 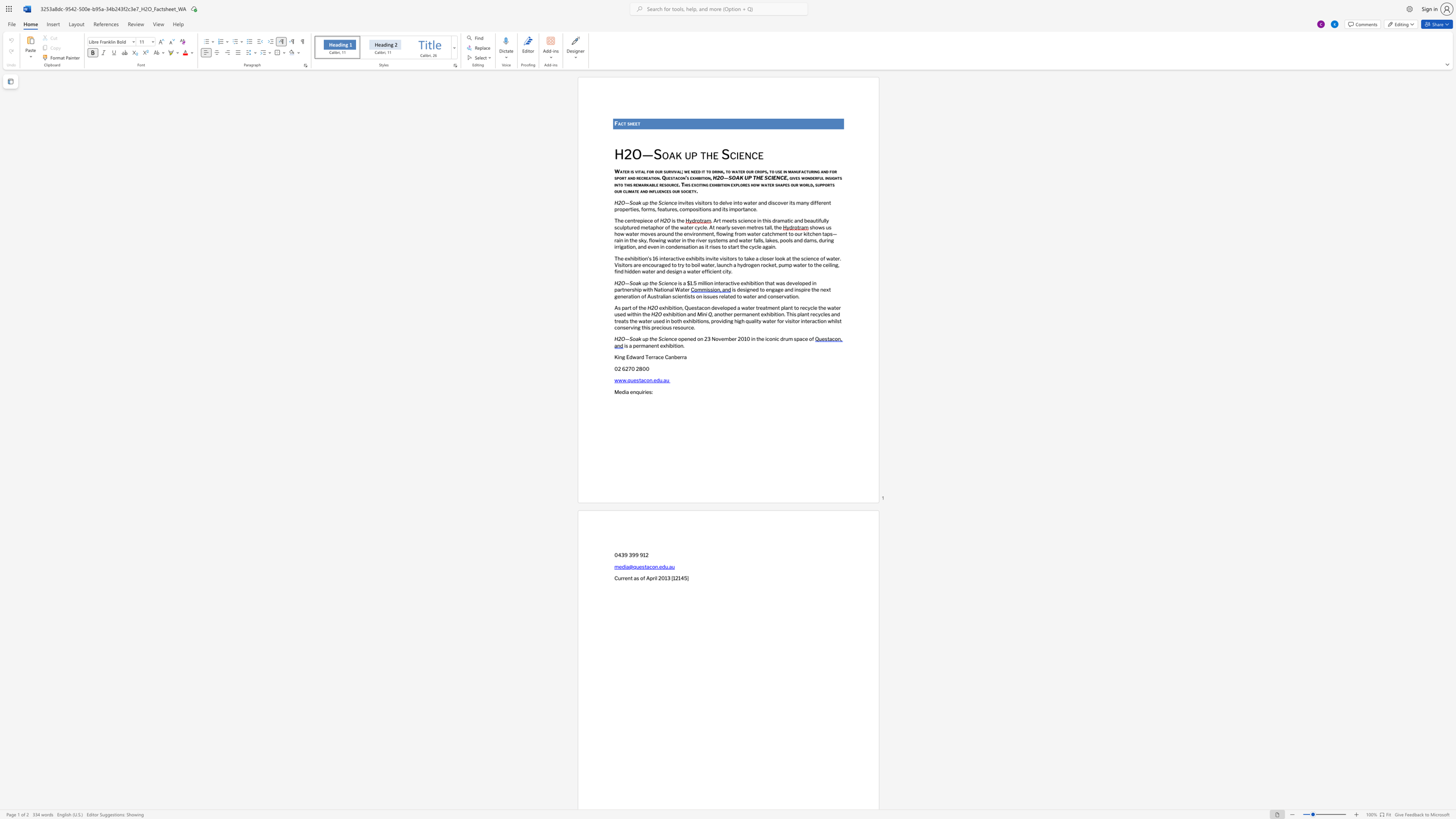 I want to click on the subset text "t exhib" within the text "is a permanent exhibition.", so click(x=656, y=345).